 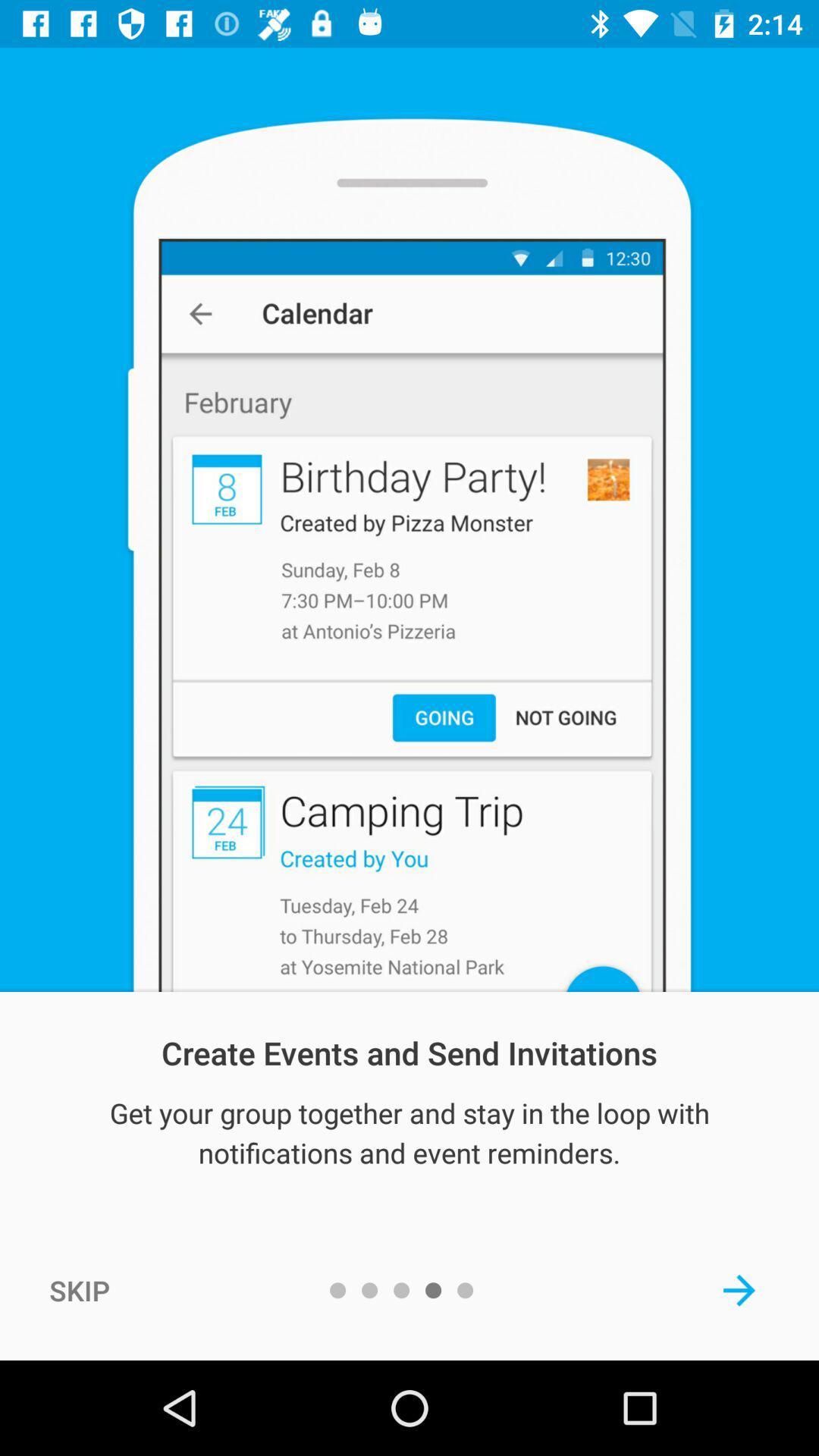 What do you see at coordinates (739, 1289) in the screenshot?
I see `forward button` at bounding box center [739, 1289].